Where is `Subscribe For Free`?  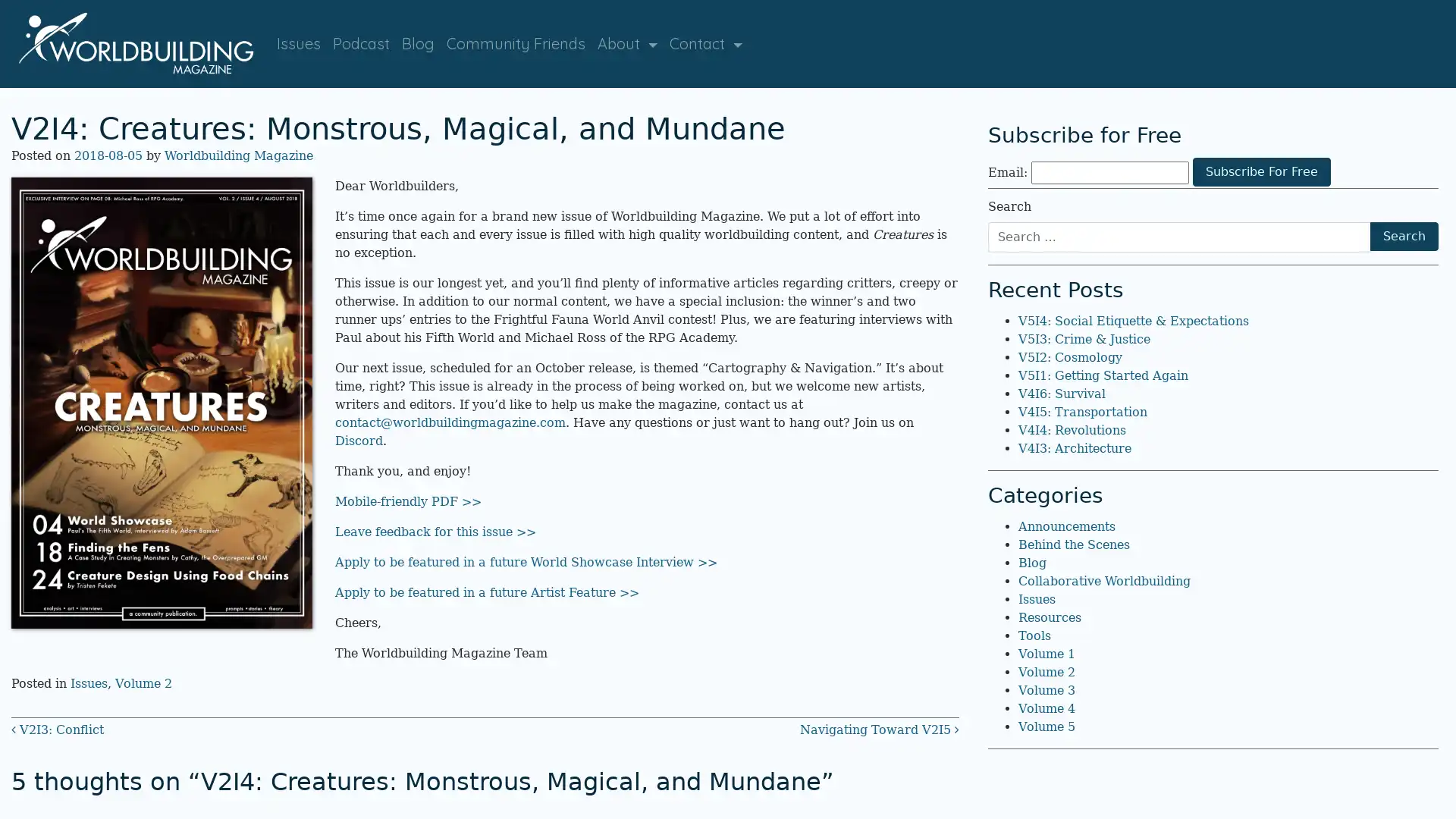 Subscribe For Free is located at coordinates (1262, 171).